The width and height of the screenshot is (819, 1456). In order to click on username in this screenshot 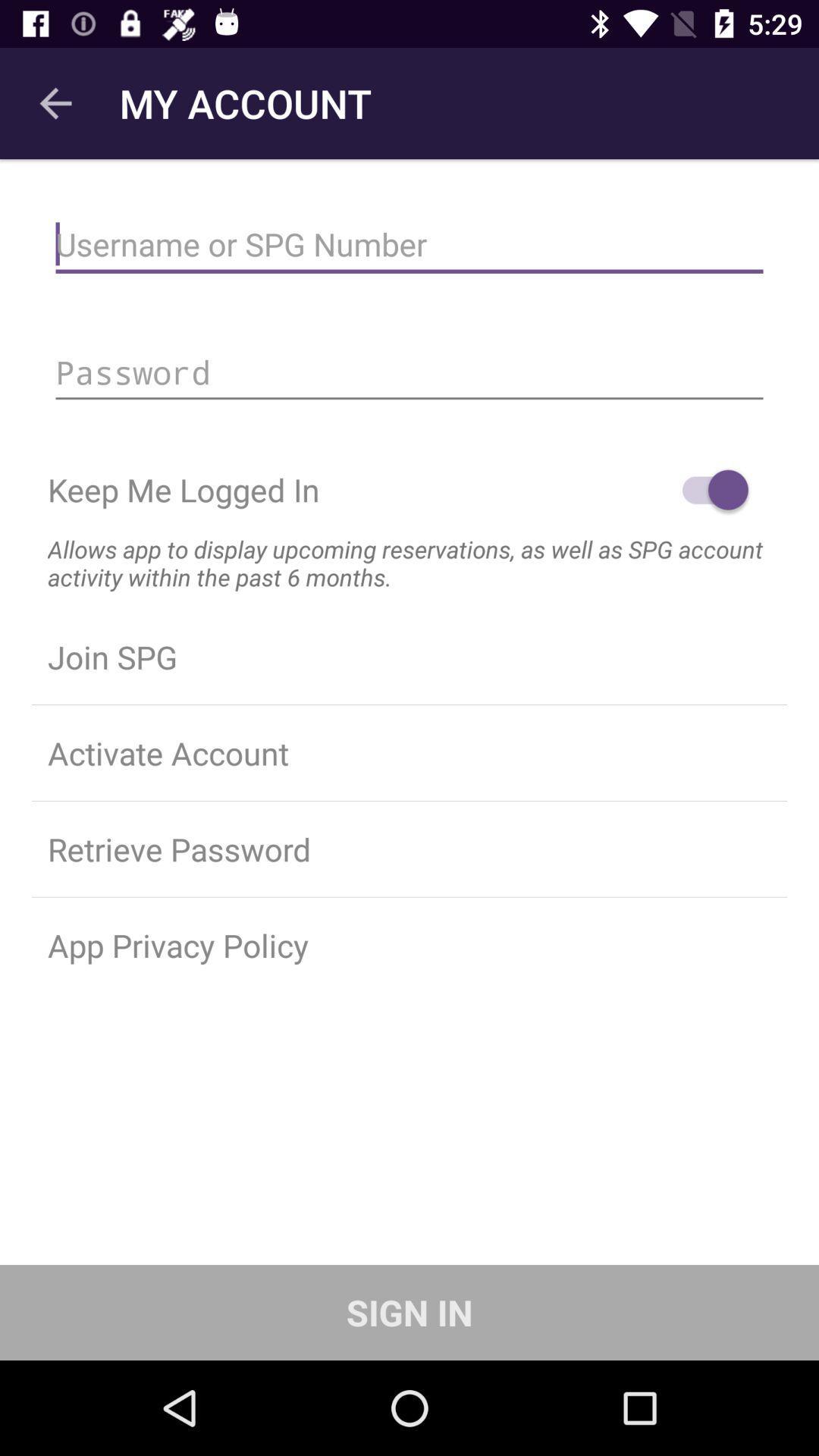, I will do `click(409, 244)`.